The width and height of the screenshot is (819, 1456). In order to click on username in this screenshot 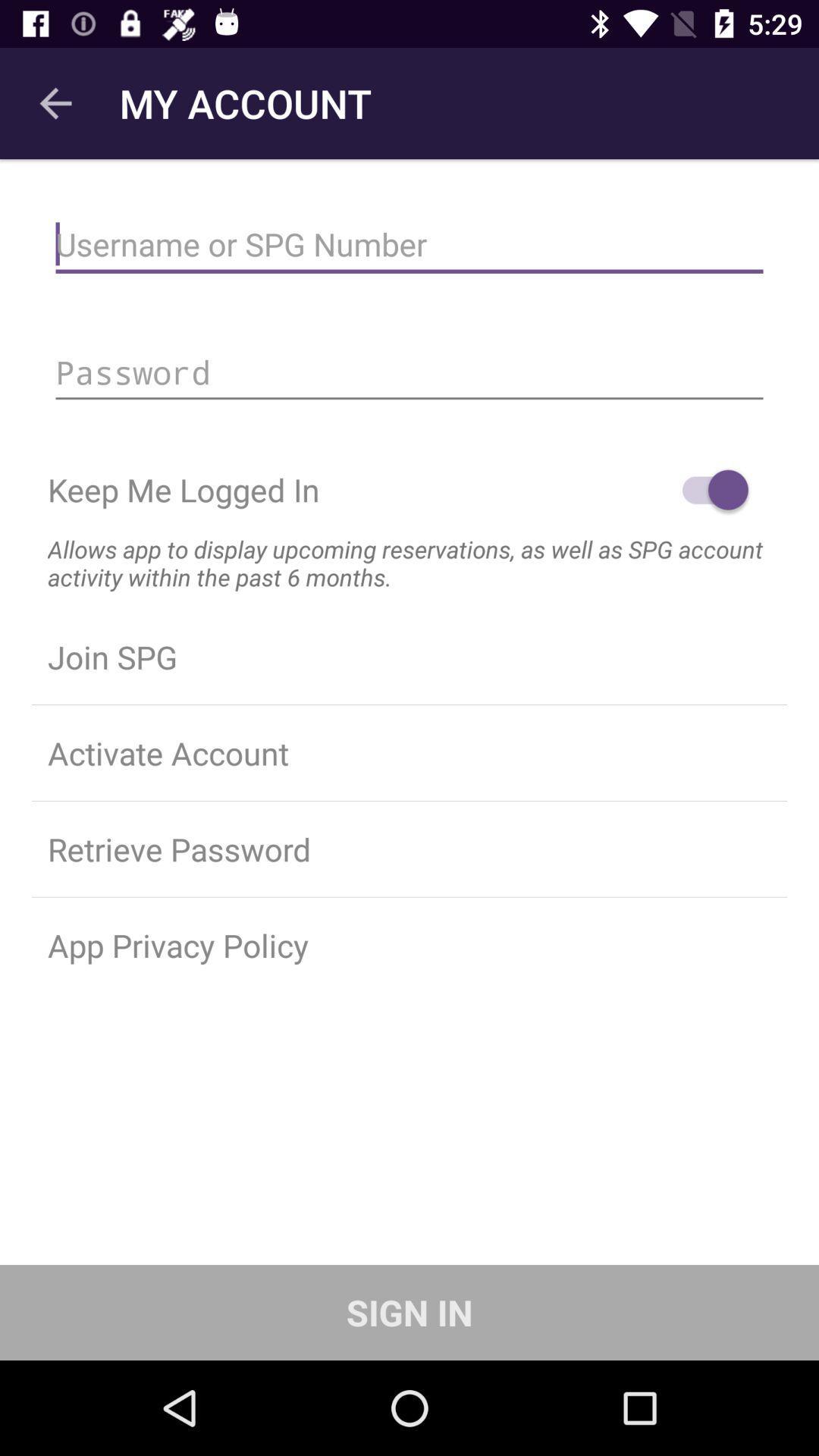, I will do `click(409, 244)`.